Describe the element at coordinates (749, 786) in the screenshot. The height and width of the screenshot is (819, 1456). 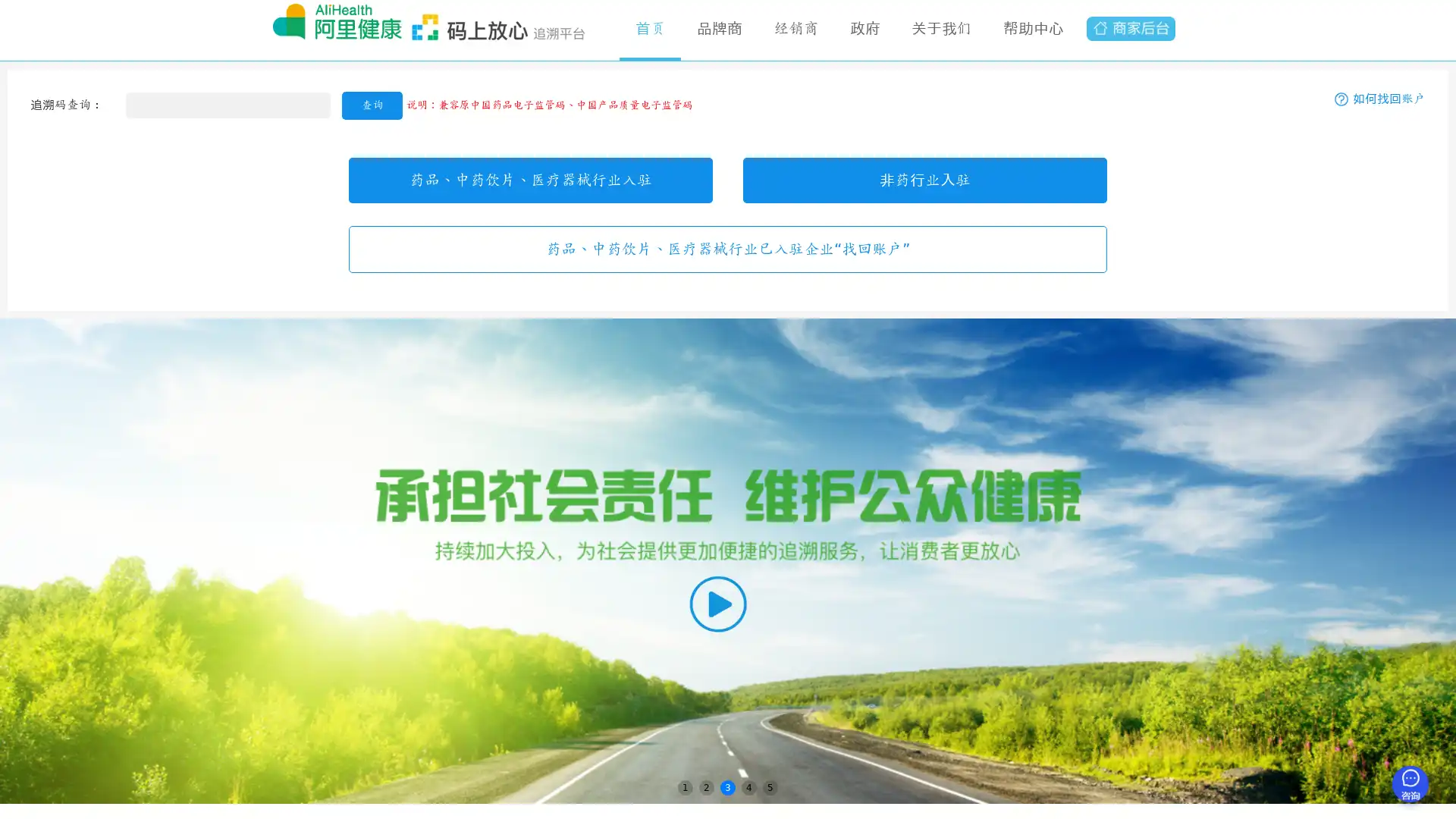
I see `Go to slide 4` at that location.